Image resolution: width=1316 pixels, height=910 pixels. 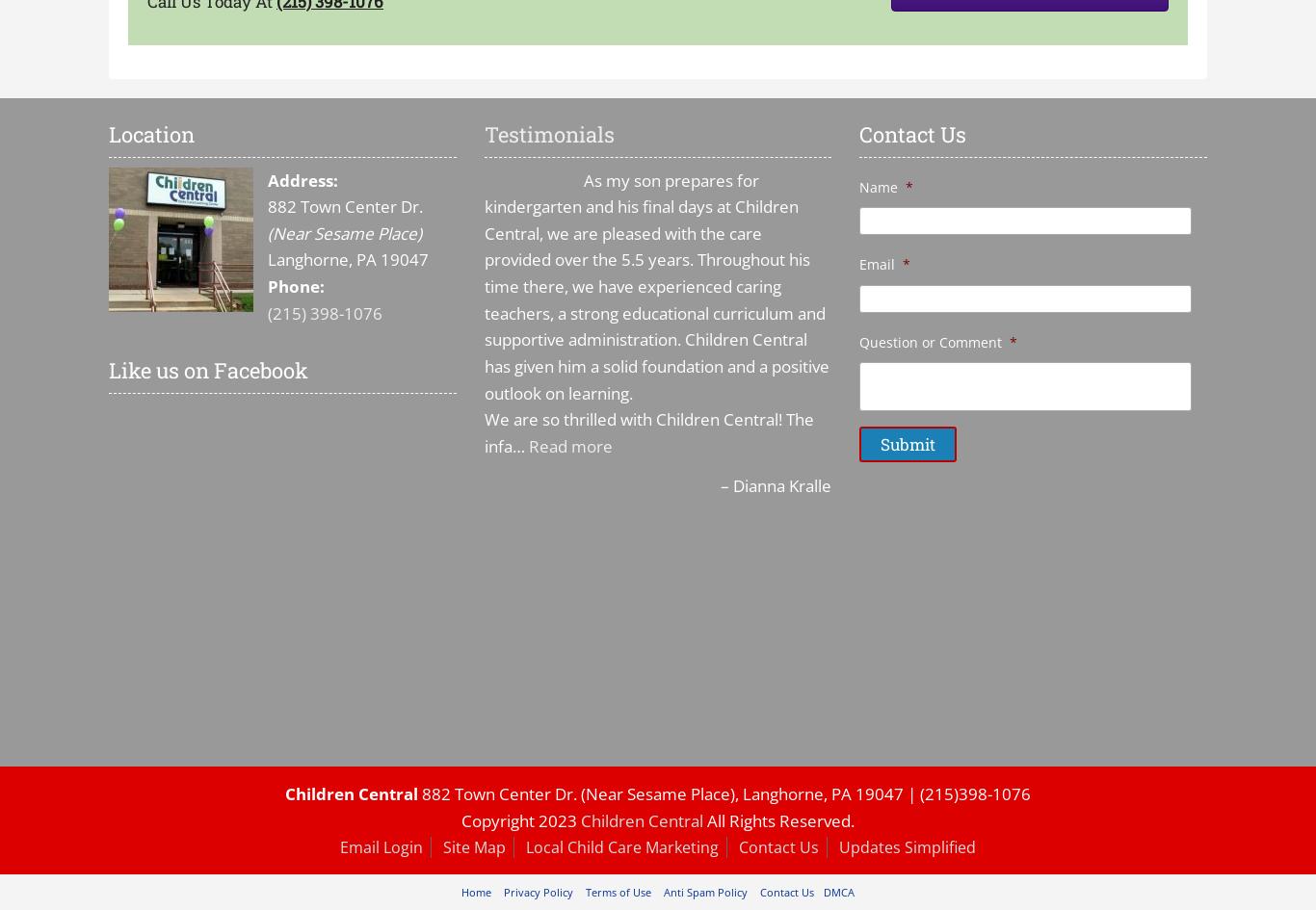 I want to click on 'Like us on Facebook', so click(x=207, y=368).